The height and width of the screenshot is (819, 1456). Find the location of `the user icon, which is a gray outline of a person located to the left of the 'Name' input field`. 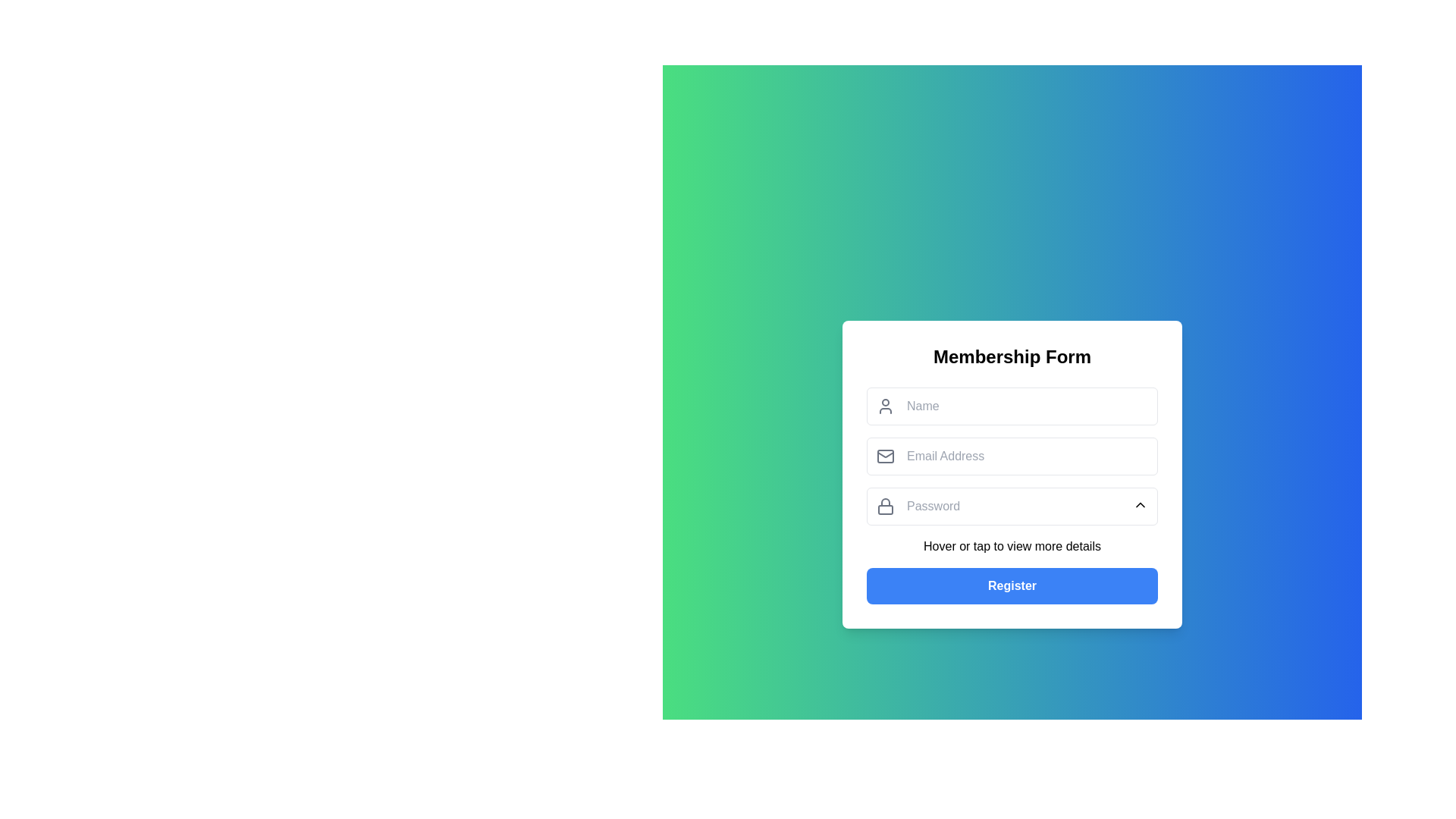

the user icon, which is a gray outline of a person located to the left of the 'Name' input field is located at coordinates (885, 406).